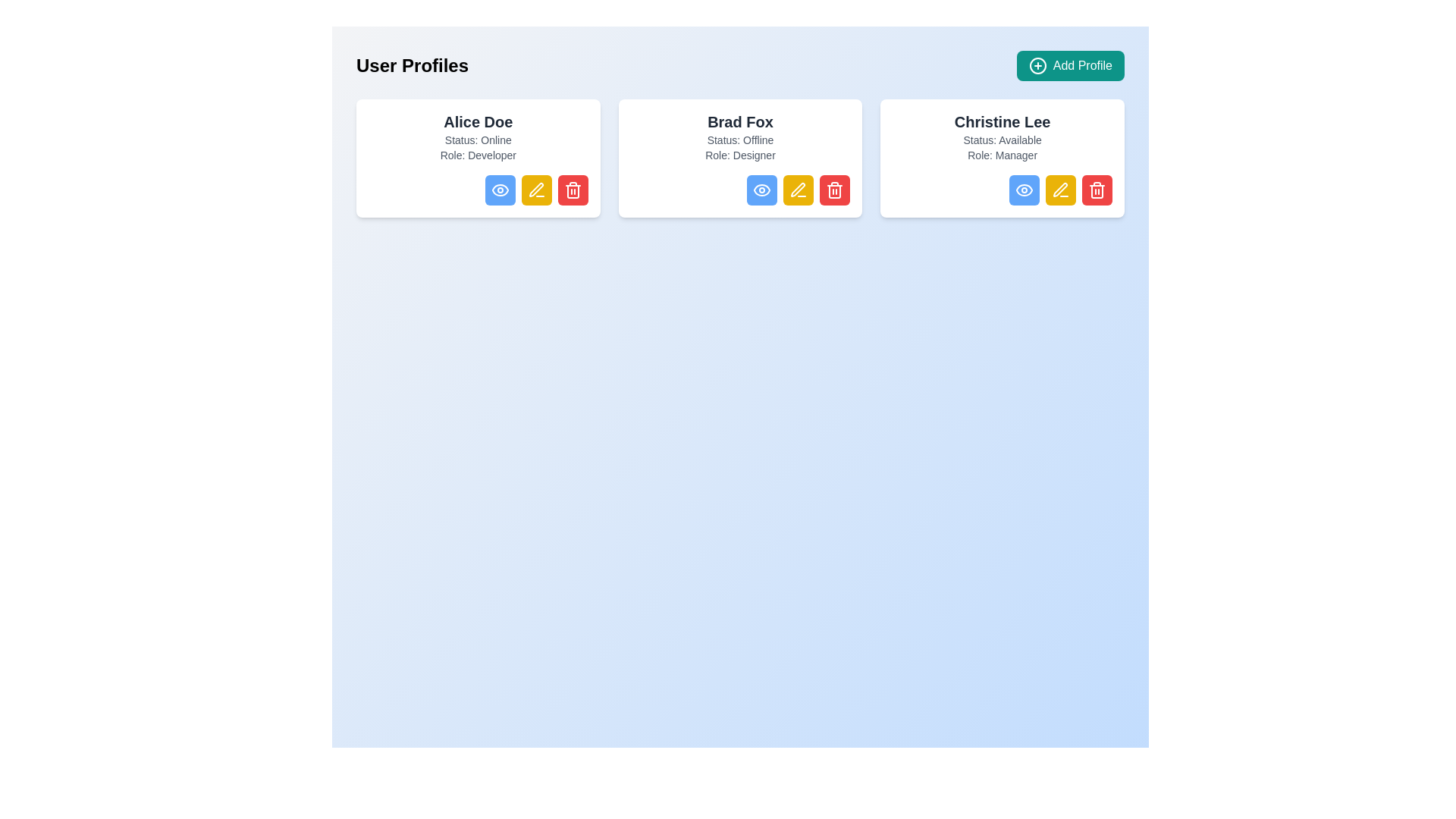 This screenshot has height=819, width=1456. I want to click on text content of the text label displaying the role 'Designer' associated with the user 'Brad Fox', which is located in the profile card below 'Status: Offline', so click(740, 155).